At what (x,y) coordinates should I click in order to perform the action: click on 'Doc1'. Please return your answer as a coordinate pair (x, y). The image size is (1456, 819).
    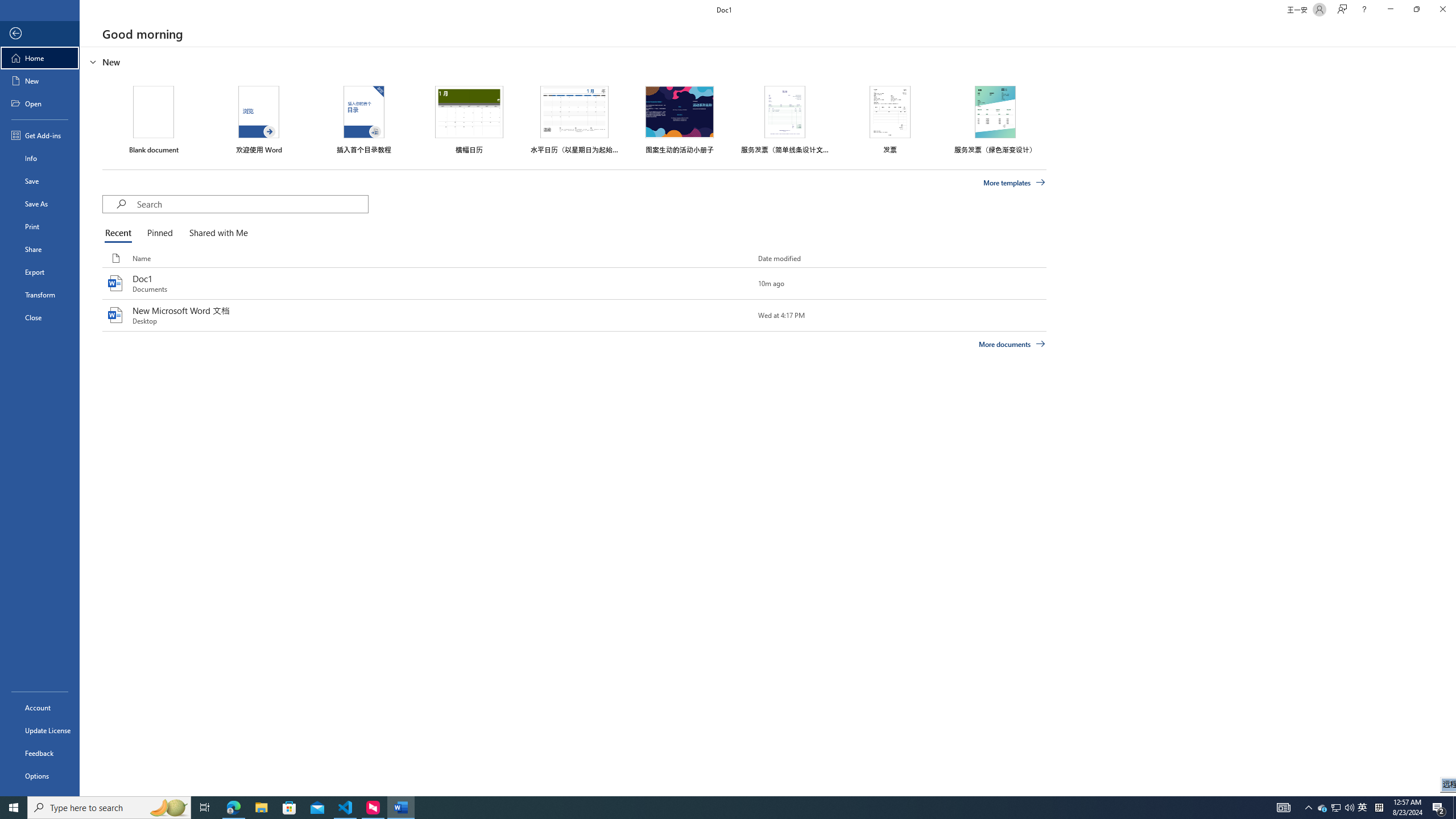
    Looking at the image, I should click on (573, 283).